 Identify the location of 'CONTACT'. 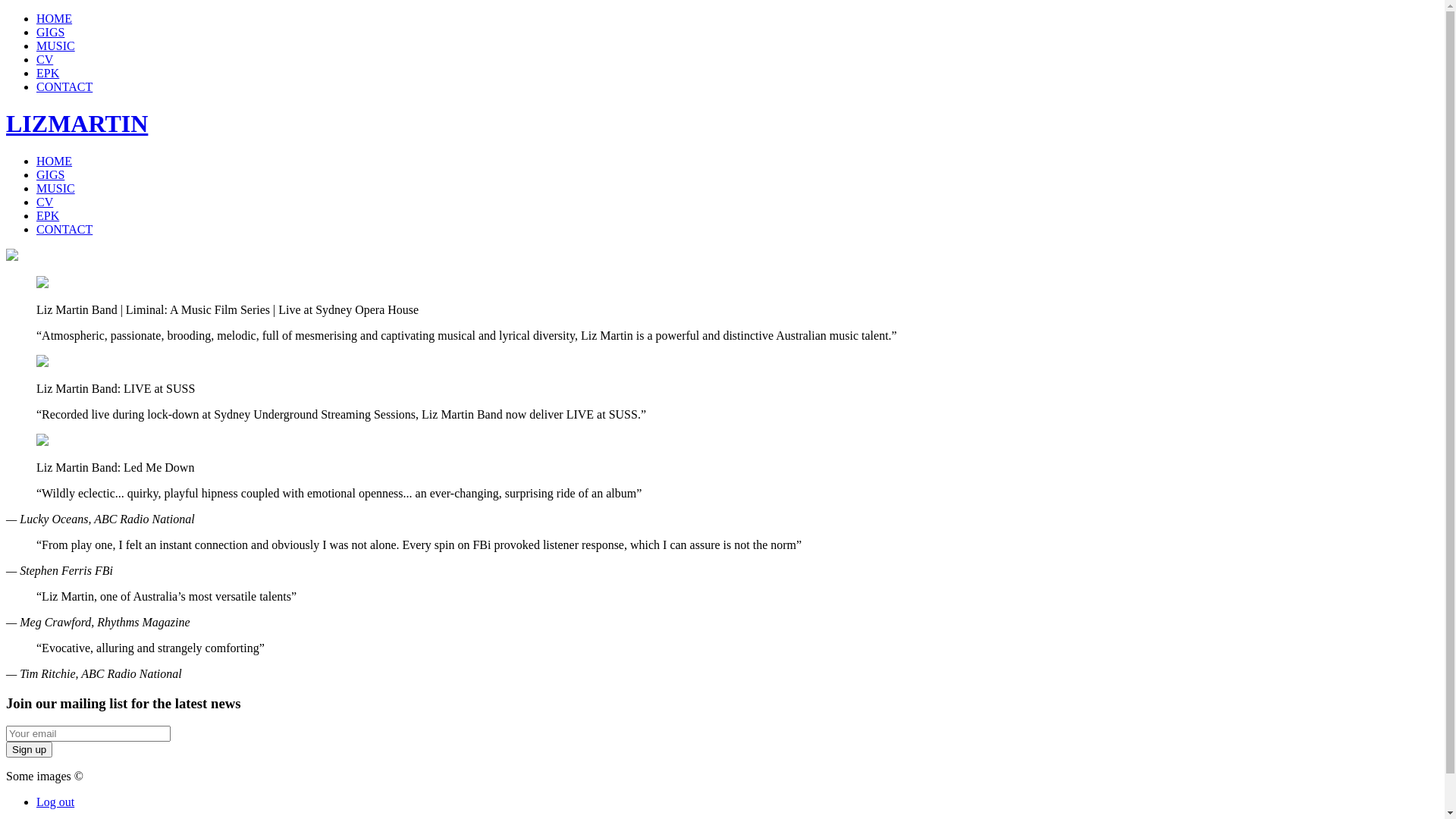
(64, 86).